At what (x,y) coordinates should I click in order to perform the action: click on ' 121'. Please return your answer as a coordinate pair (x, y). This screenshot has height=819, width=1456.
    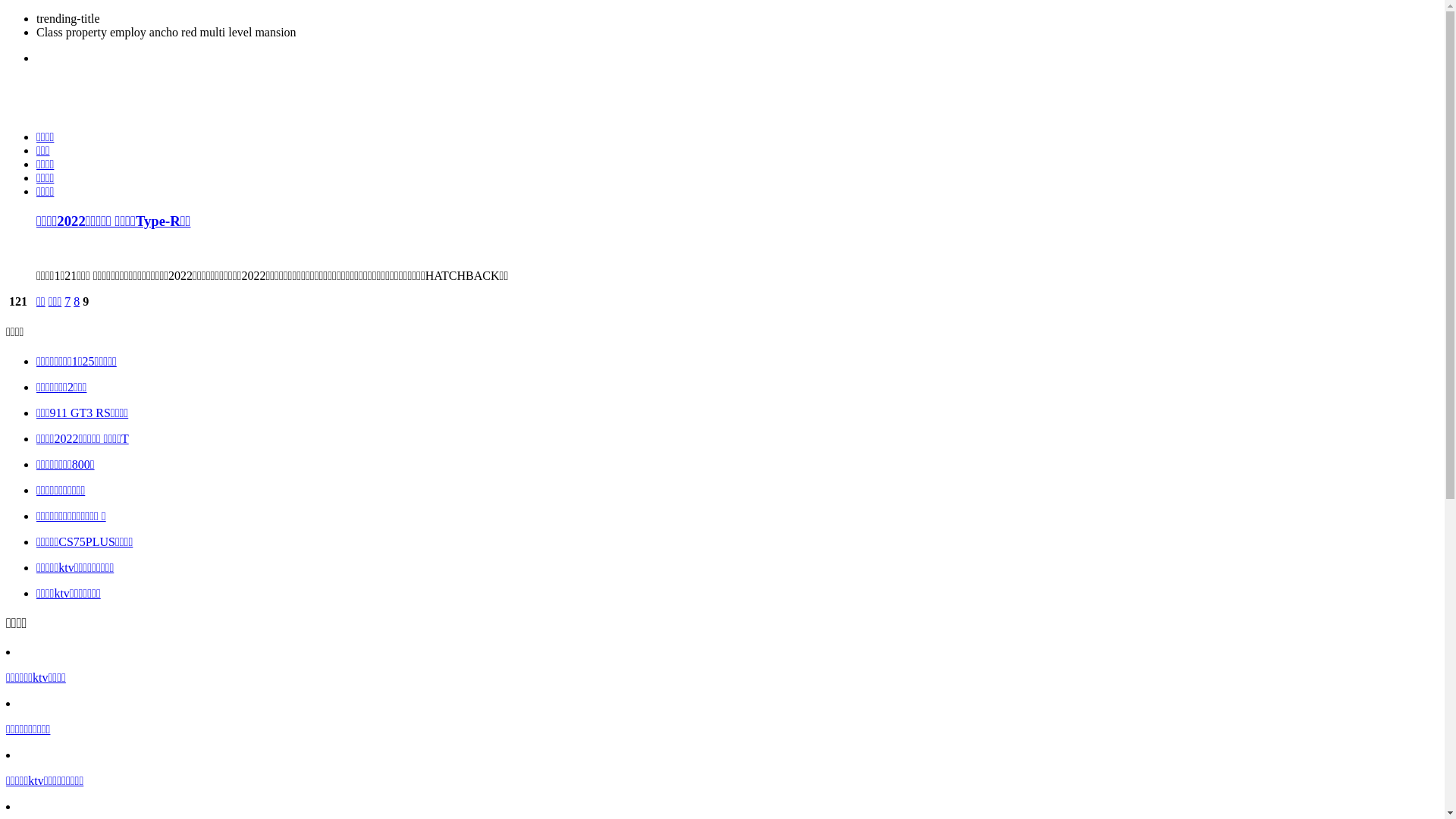
    Looking at the image, I should click on (18, 301).